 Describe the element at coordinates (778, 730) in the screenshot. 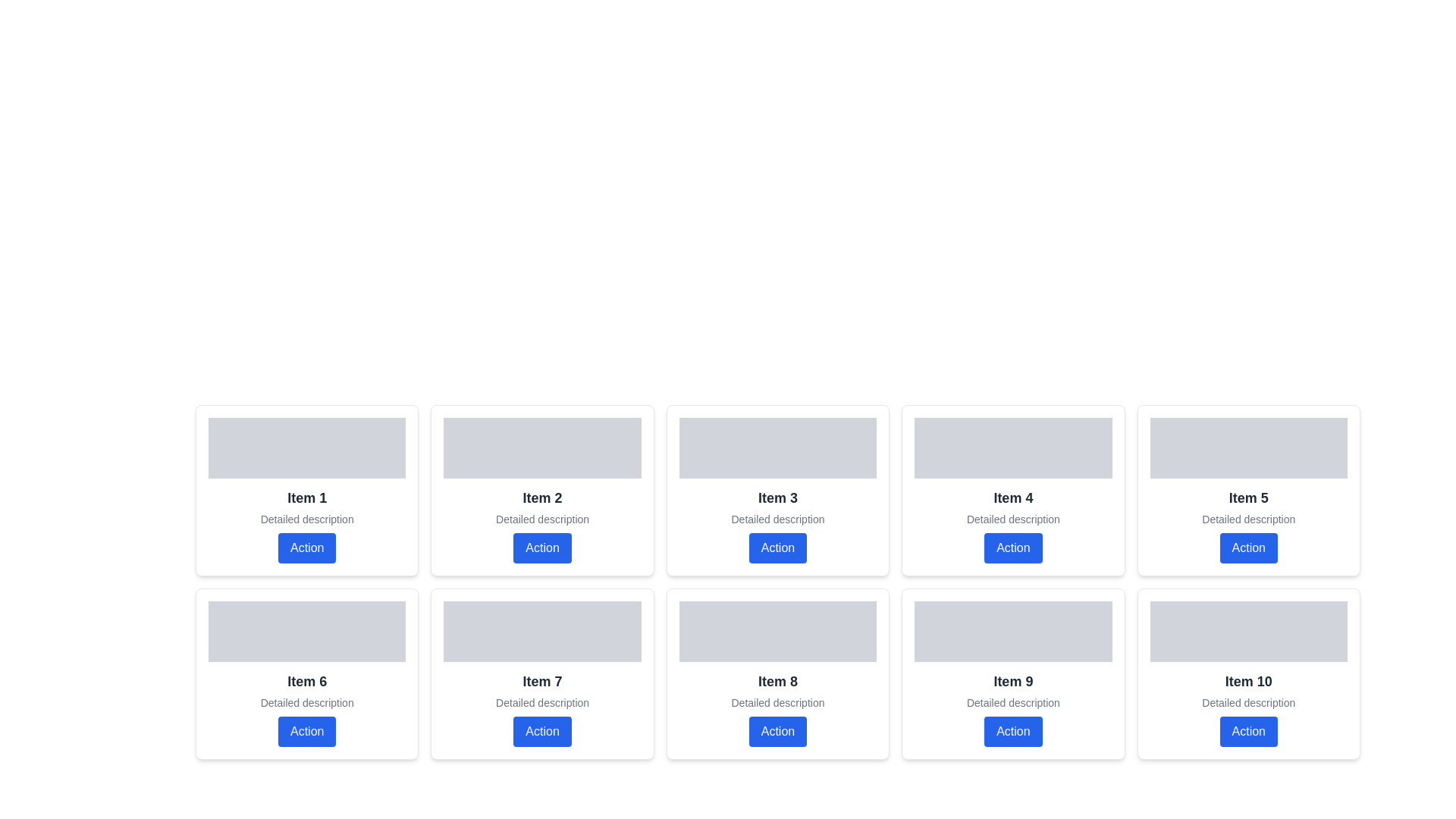

I see `the interactive button located below the text descriptions of 'Item 8' and 'Detailed description'` at that location.